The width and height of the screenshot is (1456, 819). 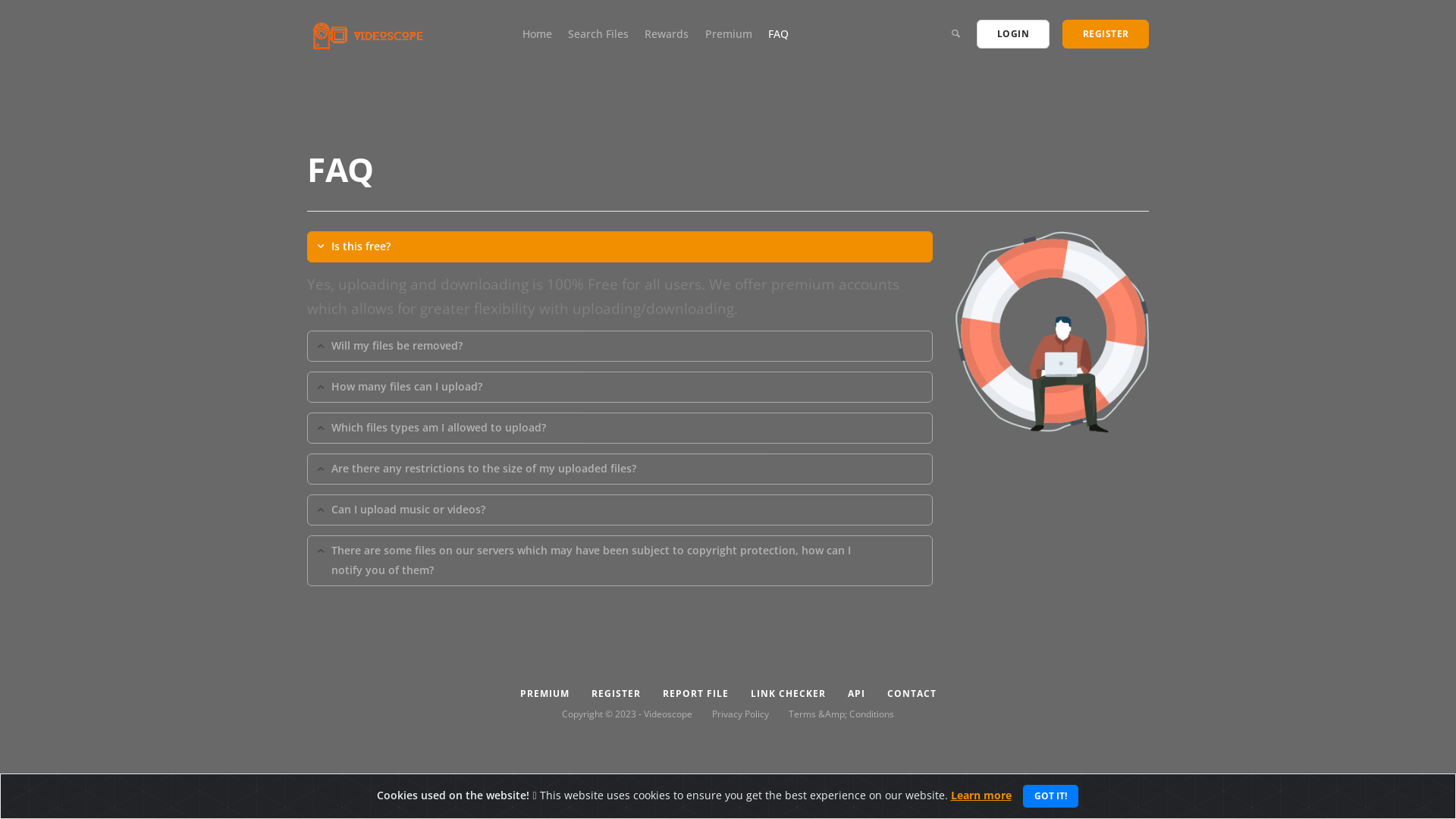 What do you see at coordinates (537, 33) in the screenshot?
I see `'Home'` at bounding box center [537, 33].